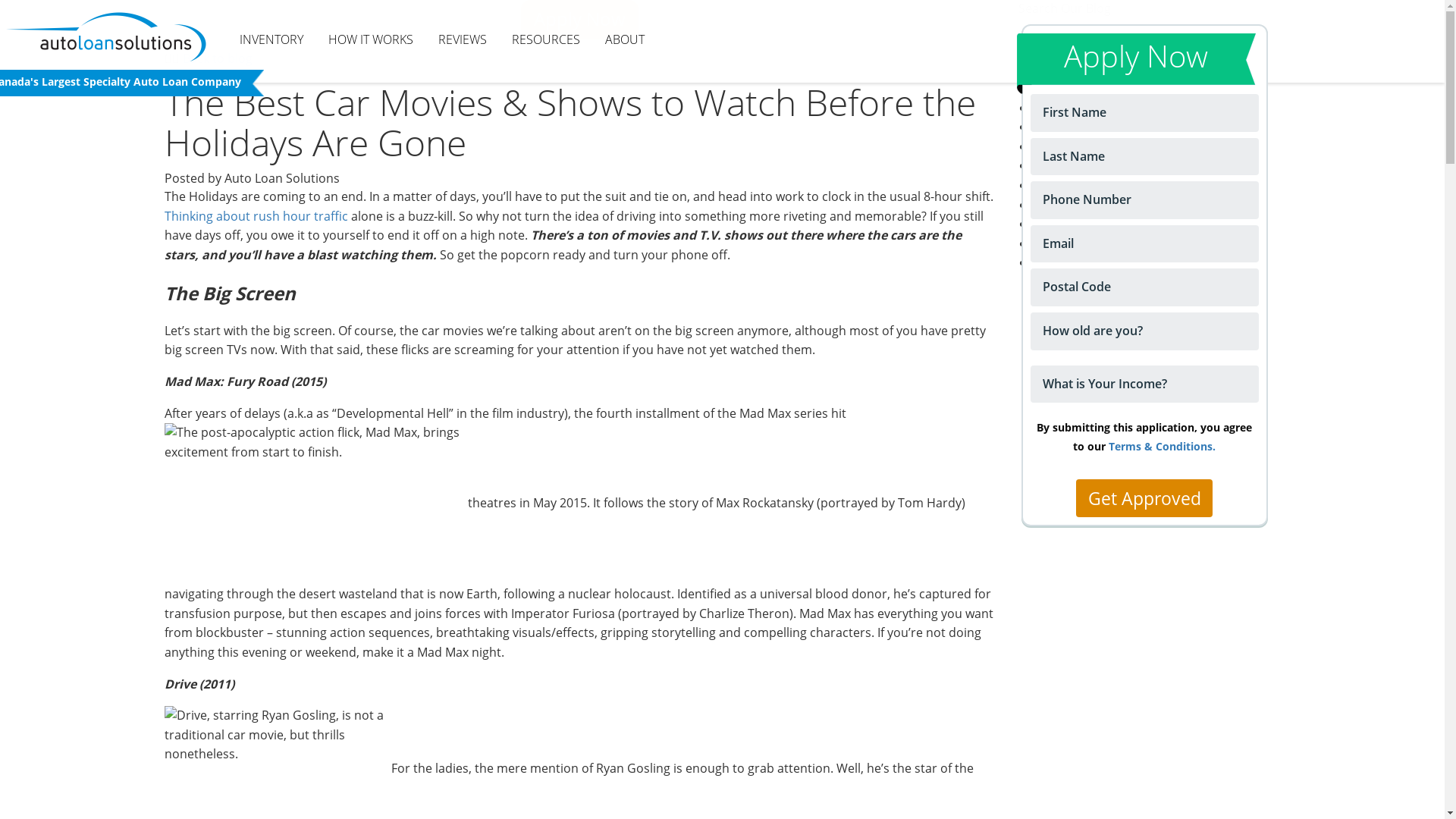 The height and width of the screenshot is (819, 1456). I want to click on 'REVIEWS', so click(461, 39).